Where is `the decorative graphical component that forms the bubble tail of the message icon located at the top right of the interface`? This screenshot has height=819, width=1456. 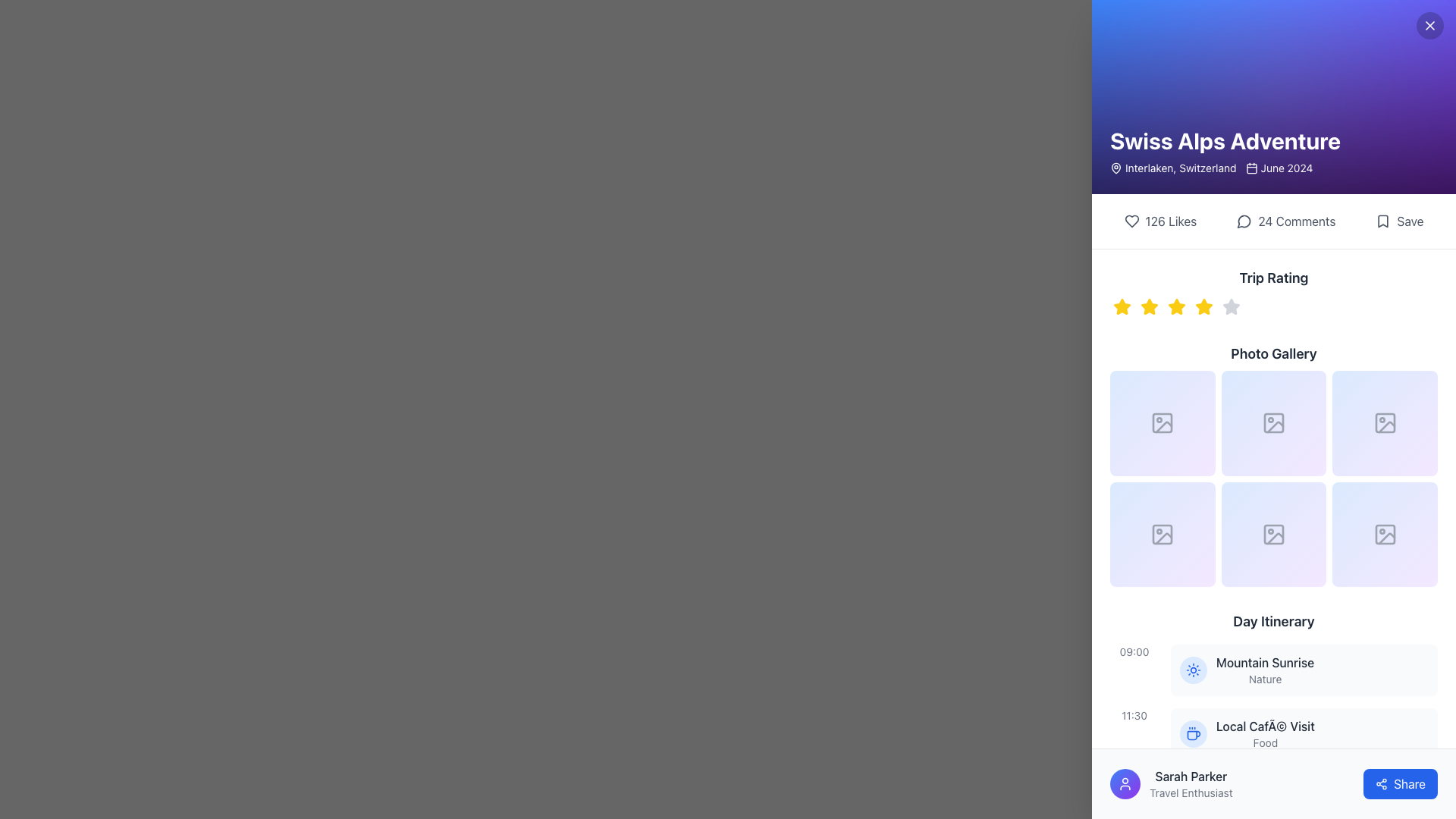
the decorative graphical component that forms the bubble tail of the message icon located at the top right of the interface is located at coordinates (1244, 221).